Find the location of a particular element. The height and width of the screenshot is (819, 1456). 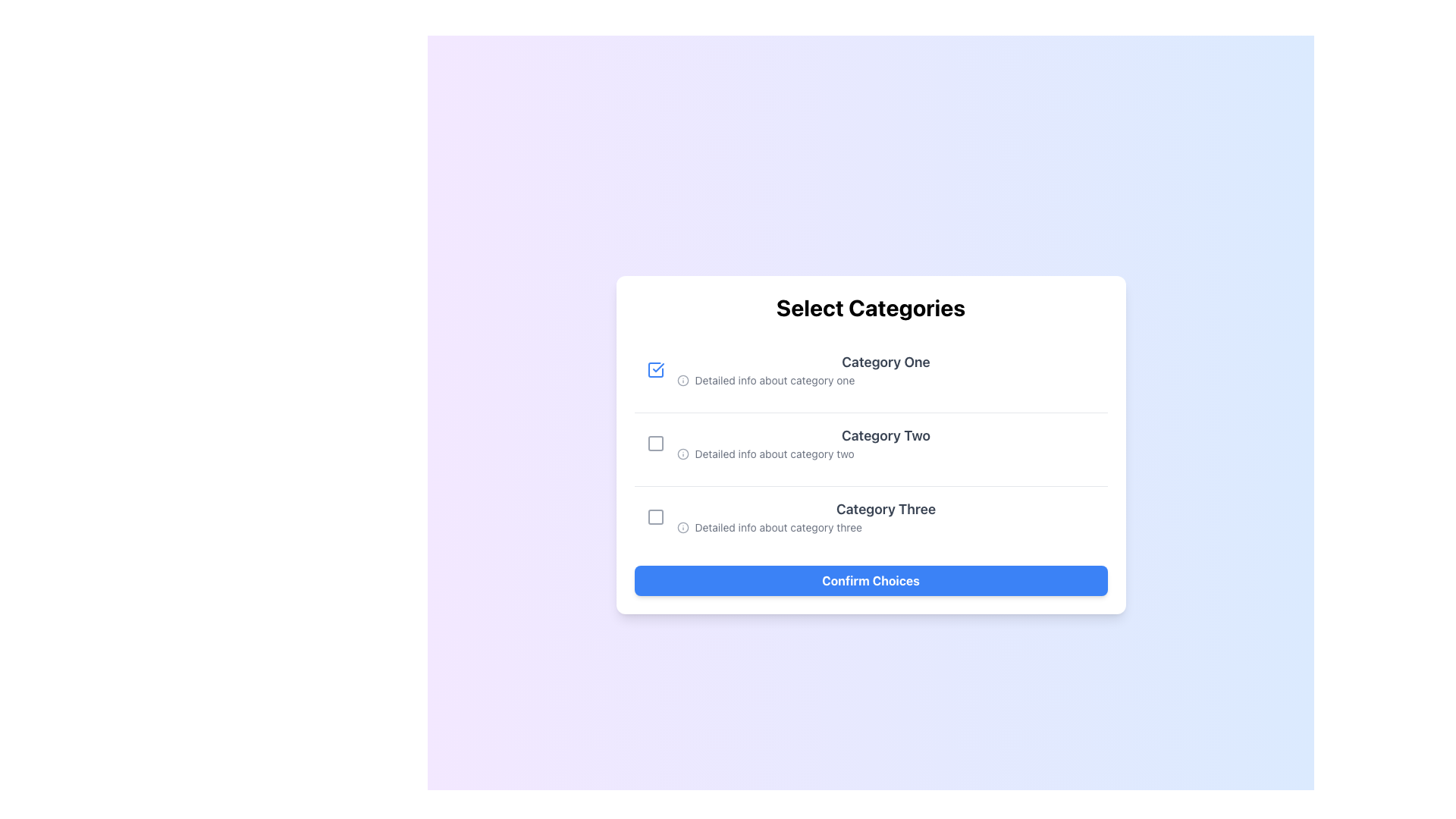

informational text associated with 'Category One', which is located in the centered dialog box labeled 'Select Categories' directly to the right of the category selection checkbox is located at coordinates (886, 370).